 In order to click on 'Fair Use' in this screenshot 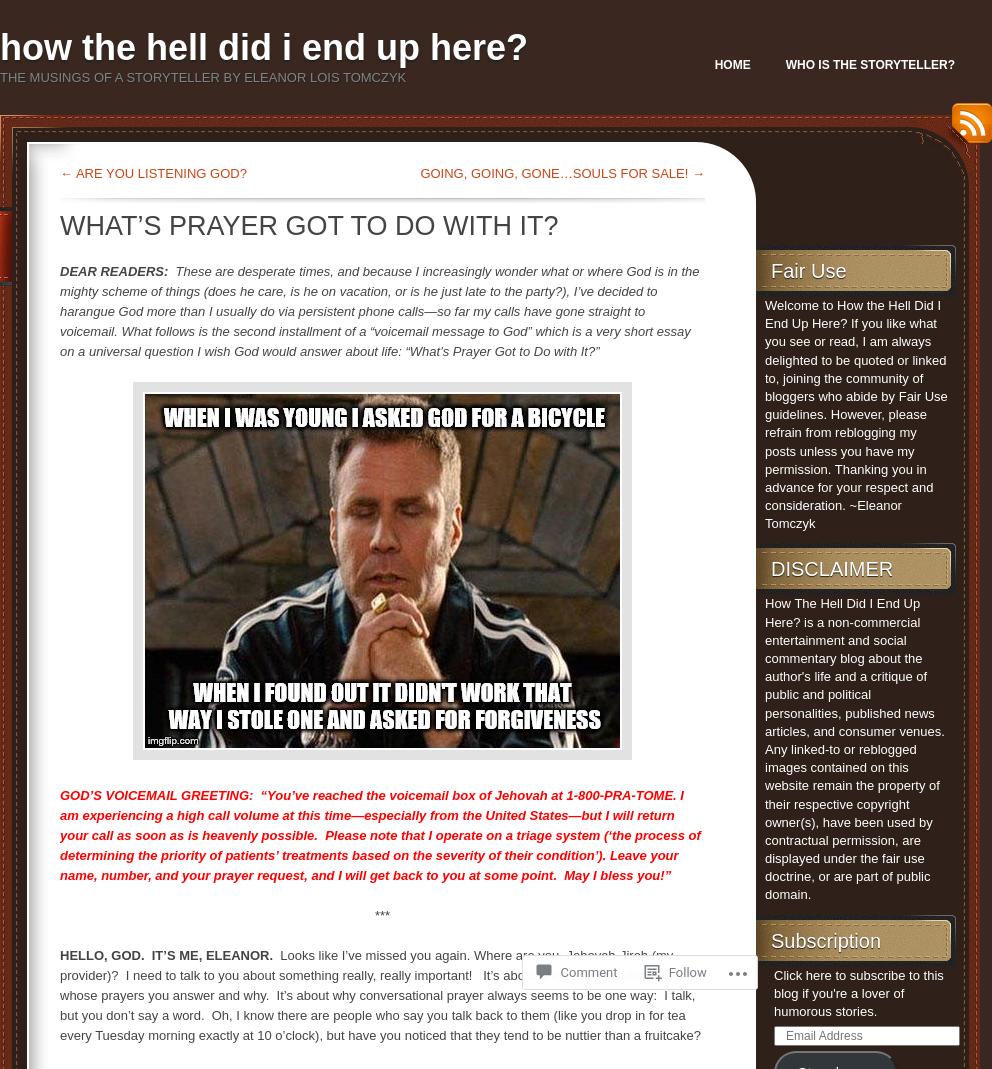, I will do `click(769, 269)`.